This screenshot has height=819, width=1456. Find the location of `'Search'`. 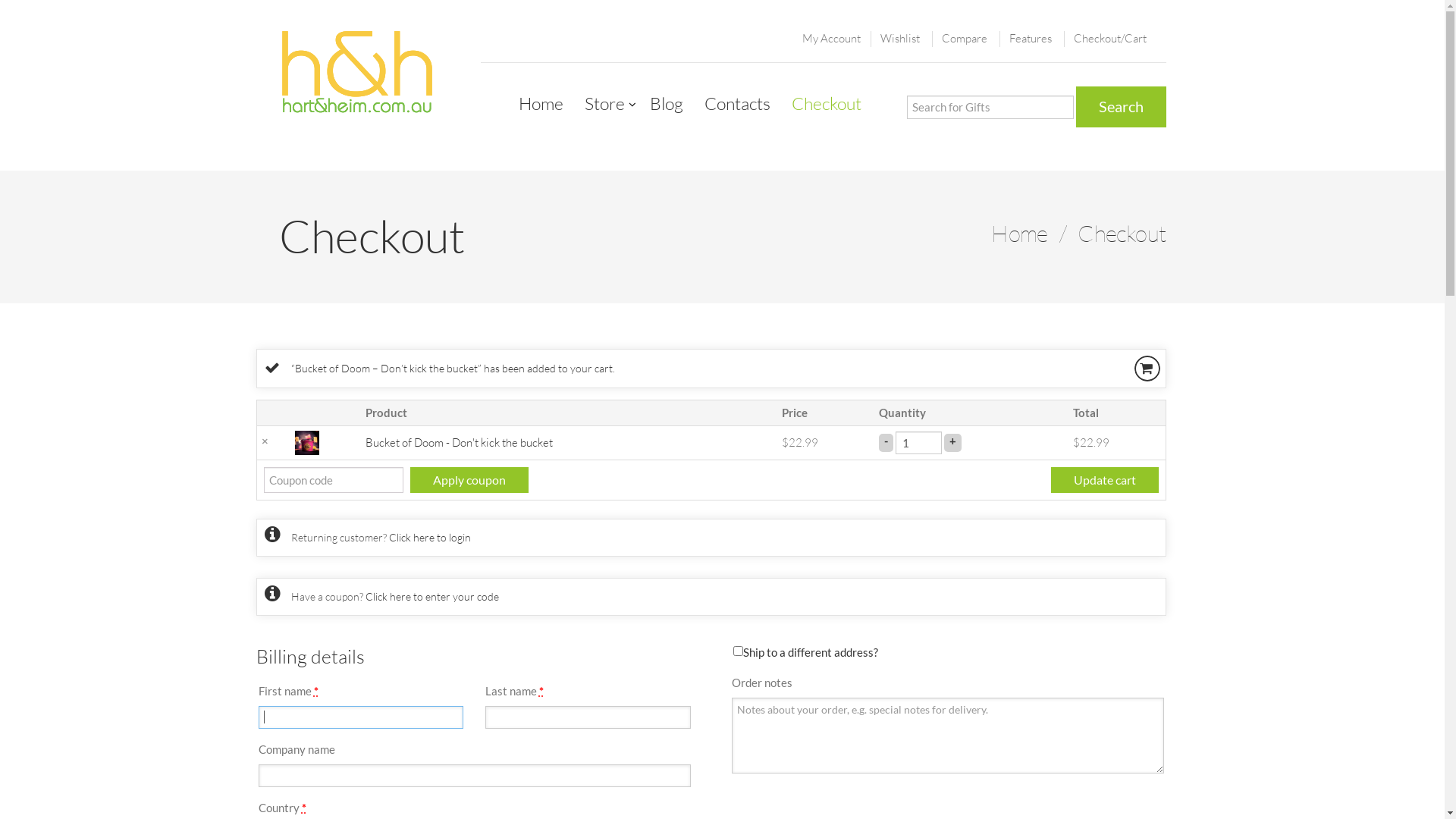

'Search' is located at coordinates (1120, 106).